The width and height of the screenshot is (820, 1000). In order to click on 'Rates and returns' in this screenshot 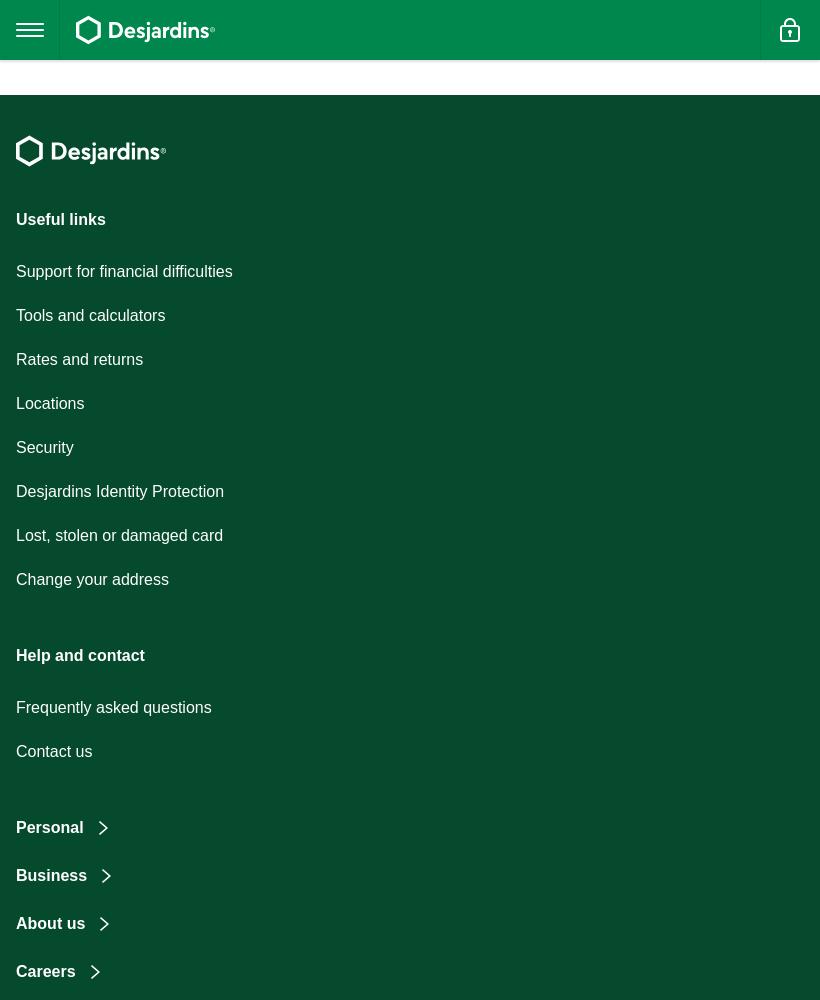, I will do `click(79, 358)`.